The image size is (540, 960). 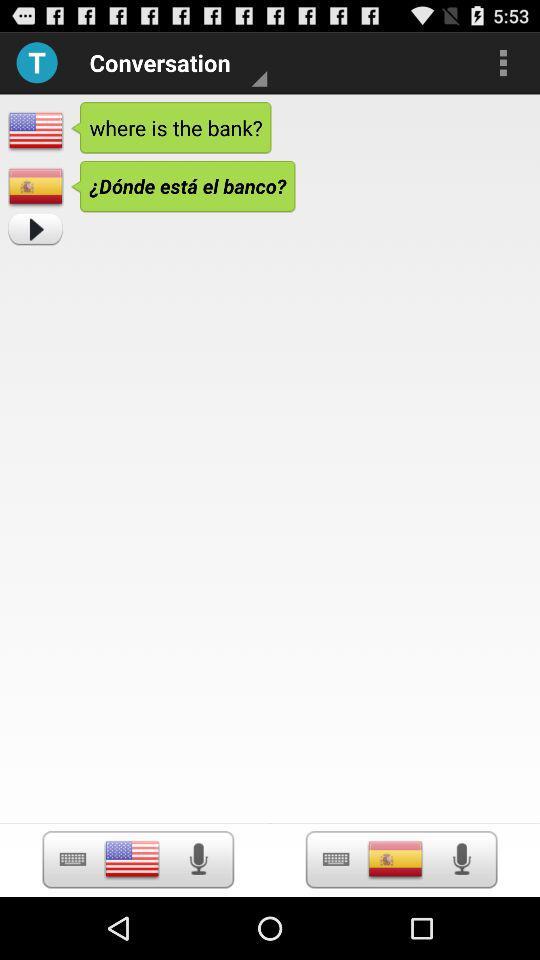 I want to click on language selection option, so click(x=132, y=858).